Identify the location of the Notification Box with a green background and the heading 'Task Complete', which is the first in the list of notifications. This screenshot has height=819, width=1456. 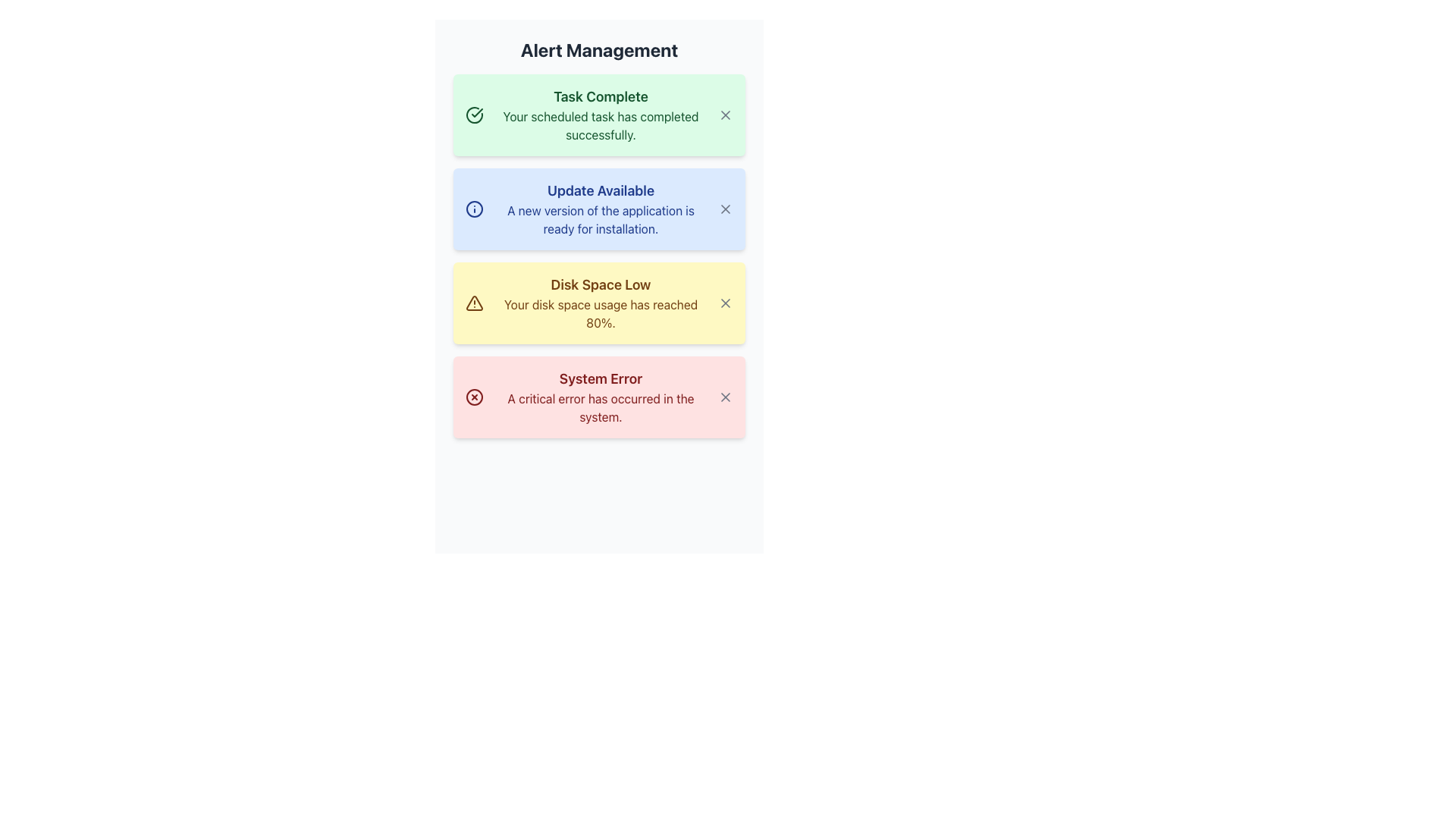
(598, 114).